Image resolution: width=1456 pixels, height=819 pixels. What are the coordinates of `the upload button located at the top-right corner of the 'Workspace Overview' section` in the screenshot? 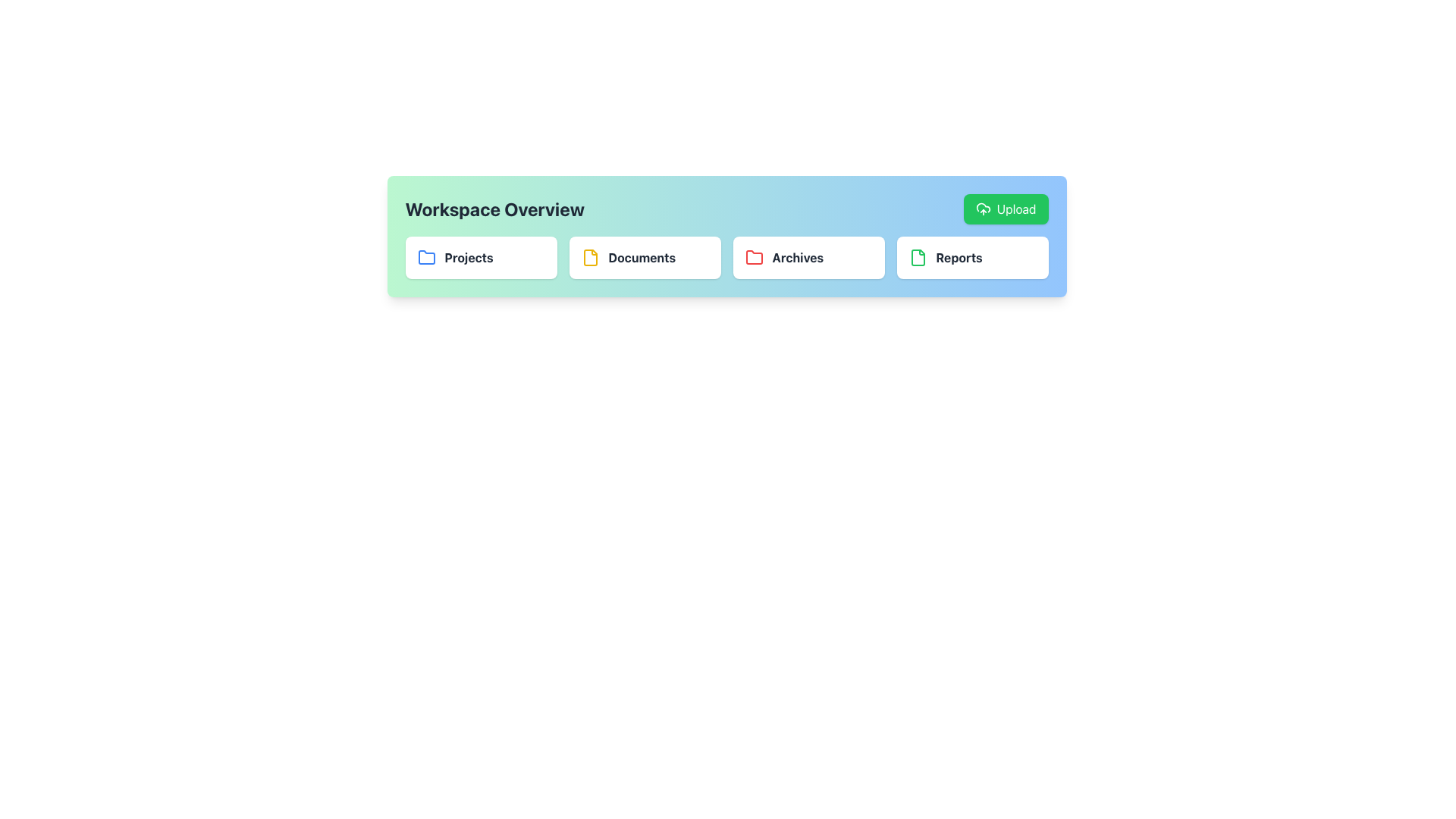 It's located at (1006, 209).